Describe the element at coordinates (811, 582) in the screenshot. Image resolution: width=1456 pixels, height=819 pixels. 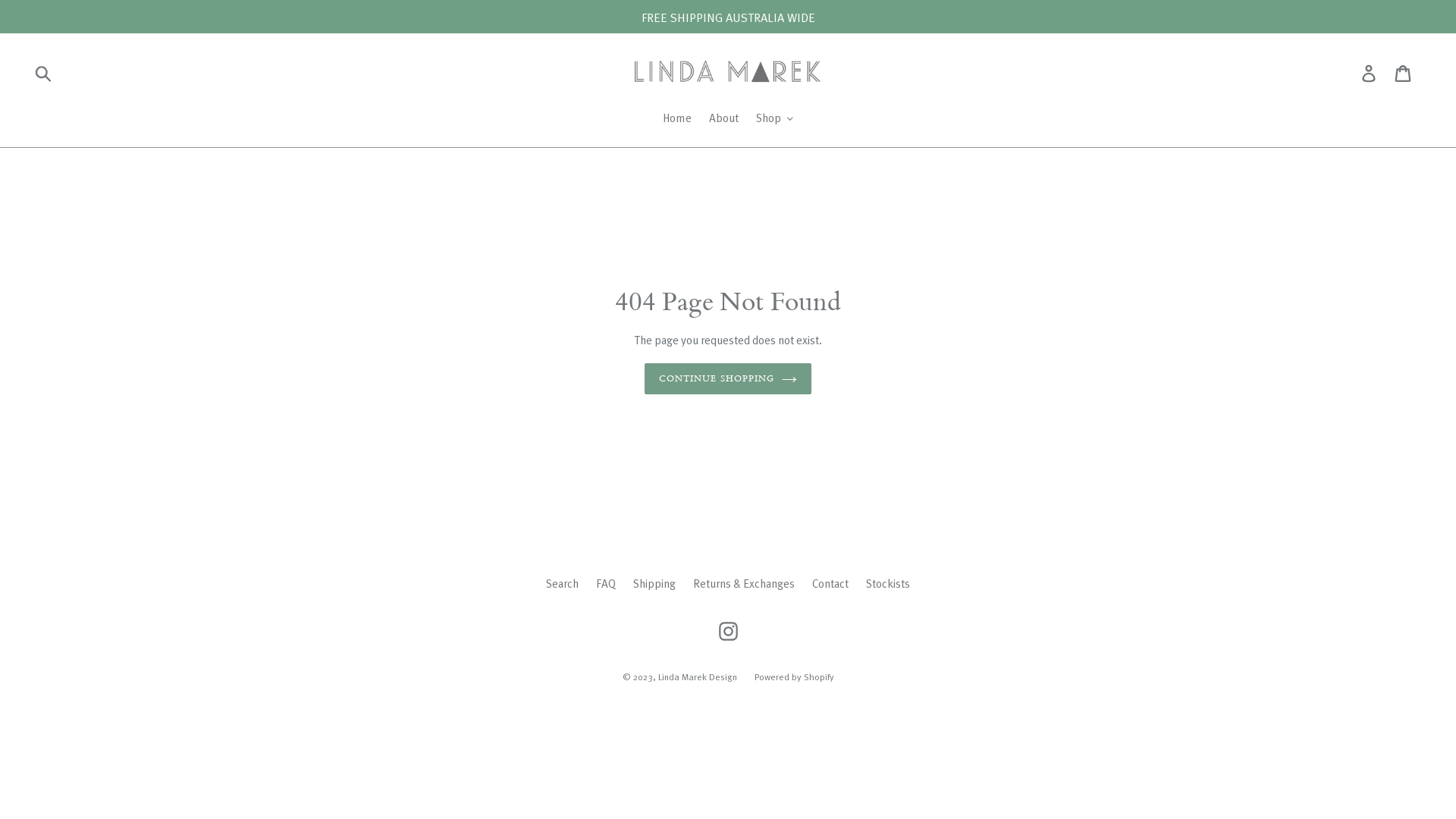
I see `'Contact'` at that location.